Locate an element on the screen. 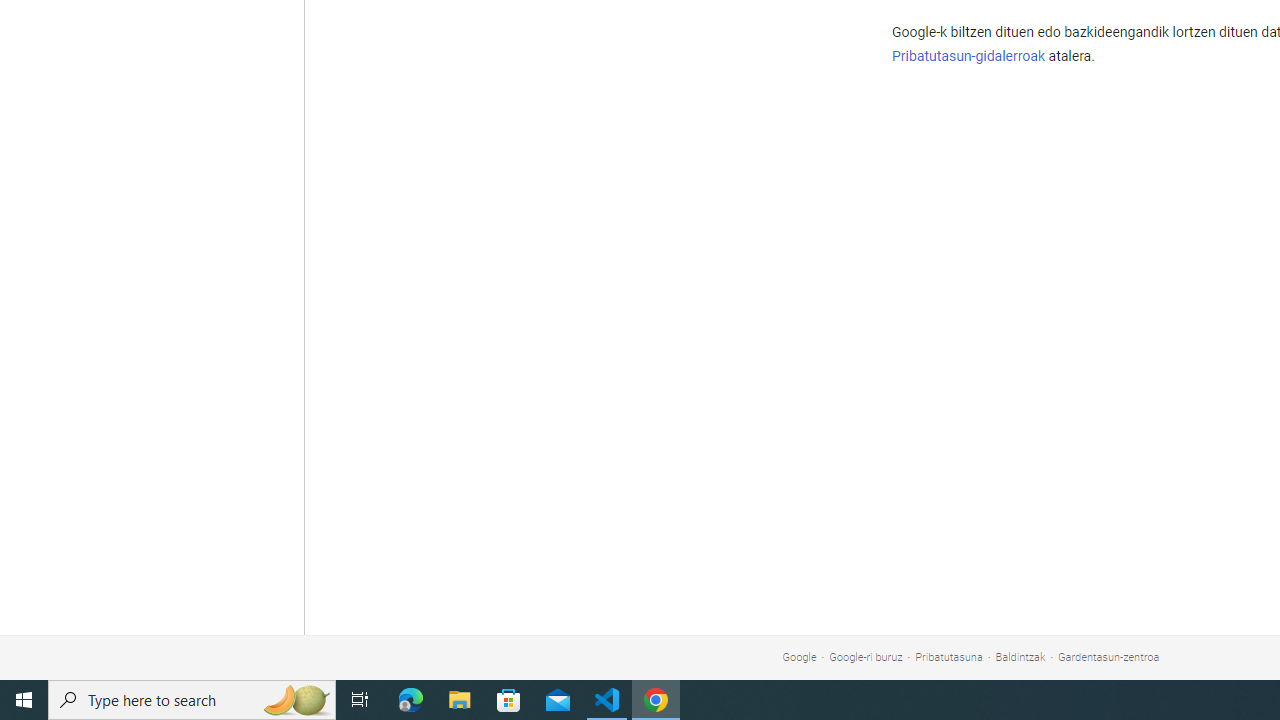  'Gardentasun-zentroa' is located at coordinates (1108, 657).